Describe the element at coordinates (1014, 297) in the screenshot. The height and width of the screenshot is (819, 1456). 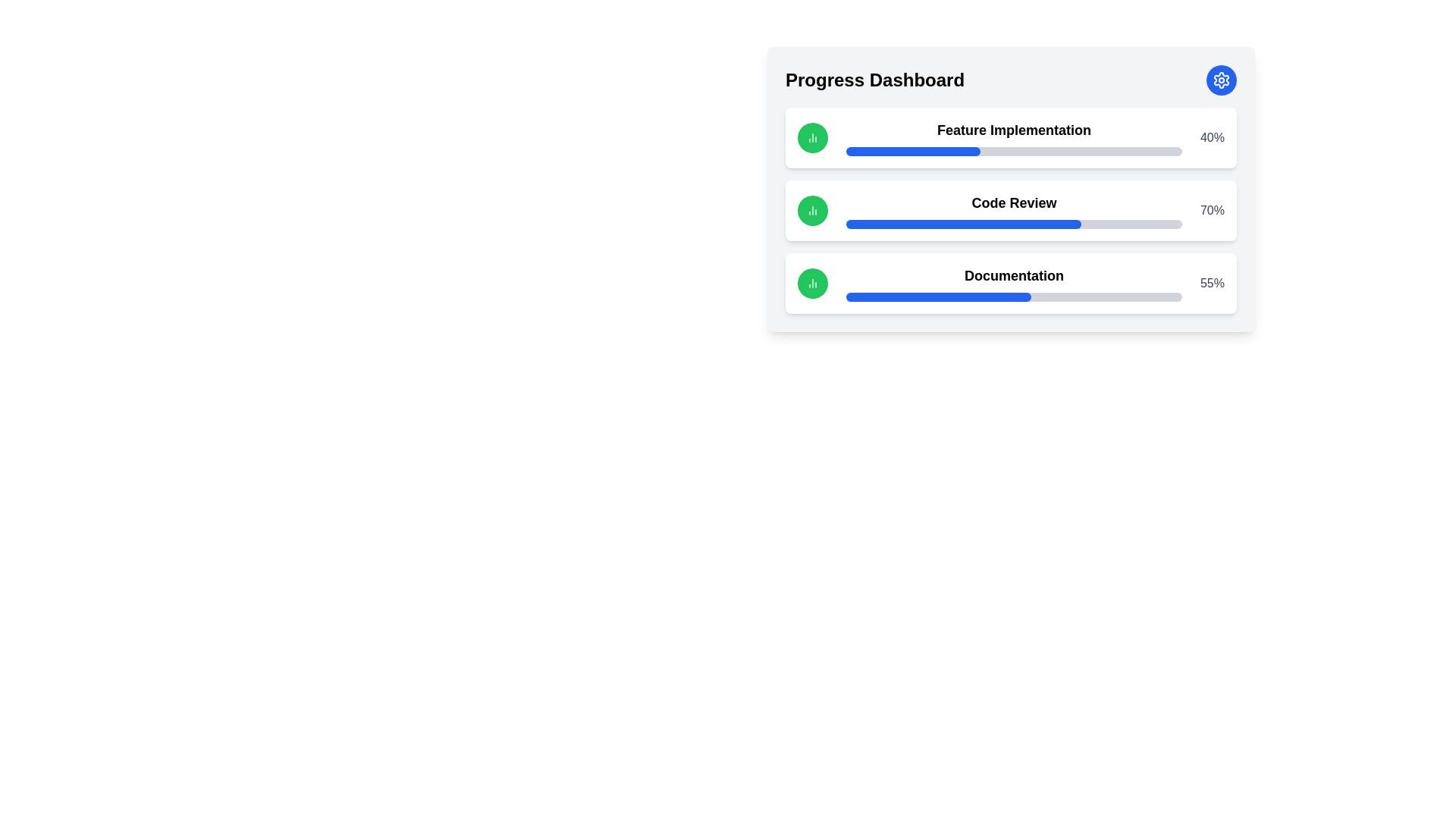
I see `the third progress bar in the 'Progress Dashboard' interface that visually represents the progress status of the task named 'Documentation'` at that location.